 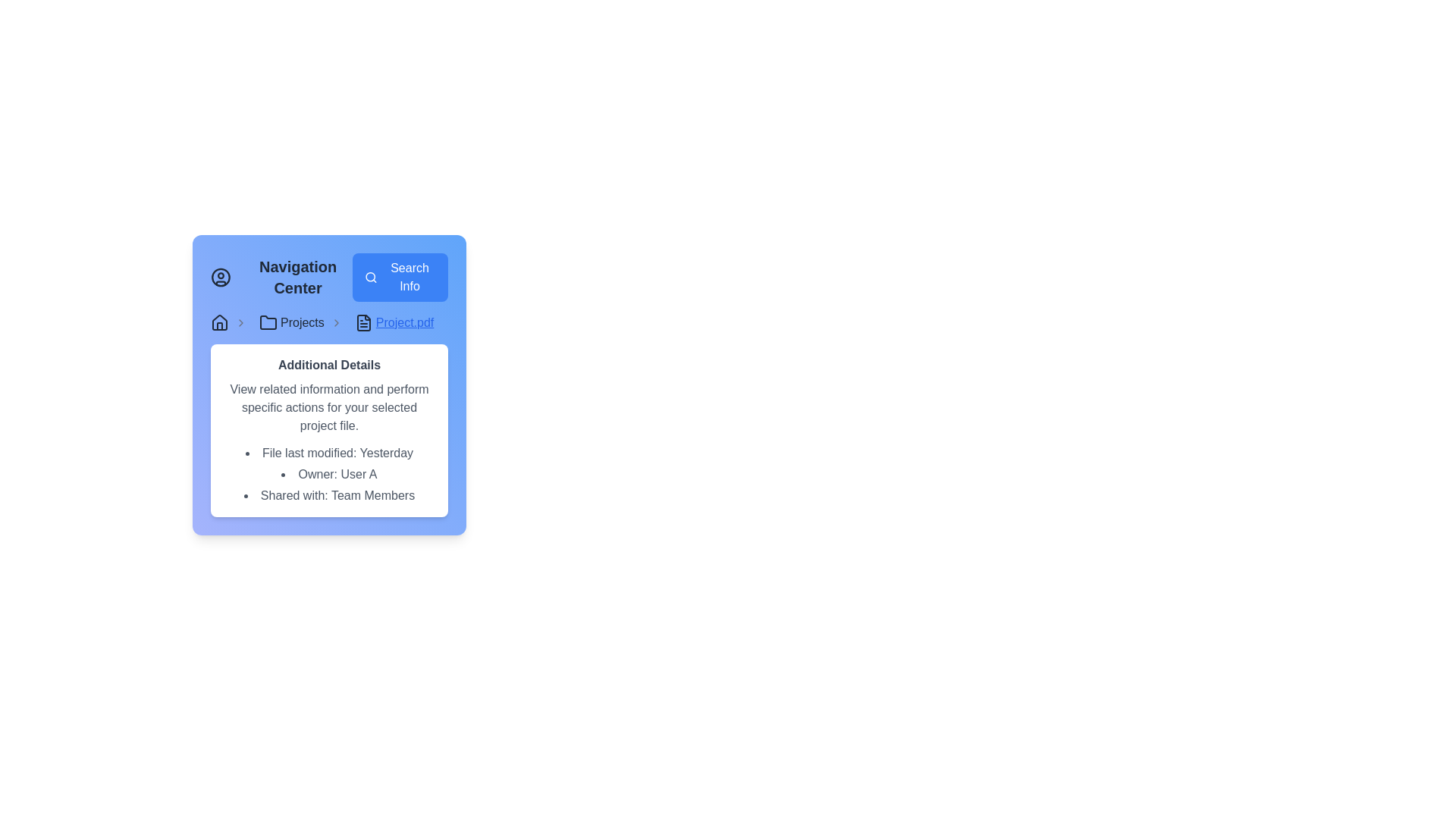 What do you see at coordinates (328, 322) in the screenshot?
I see `the breadcrumb link 'Projects' in the breadcrumb navigation component` at bounding box center [328, 322].